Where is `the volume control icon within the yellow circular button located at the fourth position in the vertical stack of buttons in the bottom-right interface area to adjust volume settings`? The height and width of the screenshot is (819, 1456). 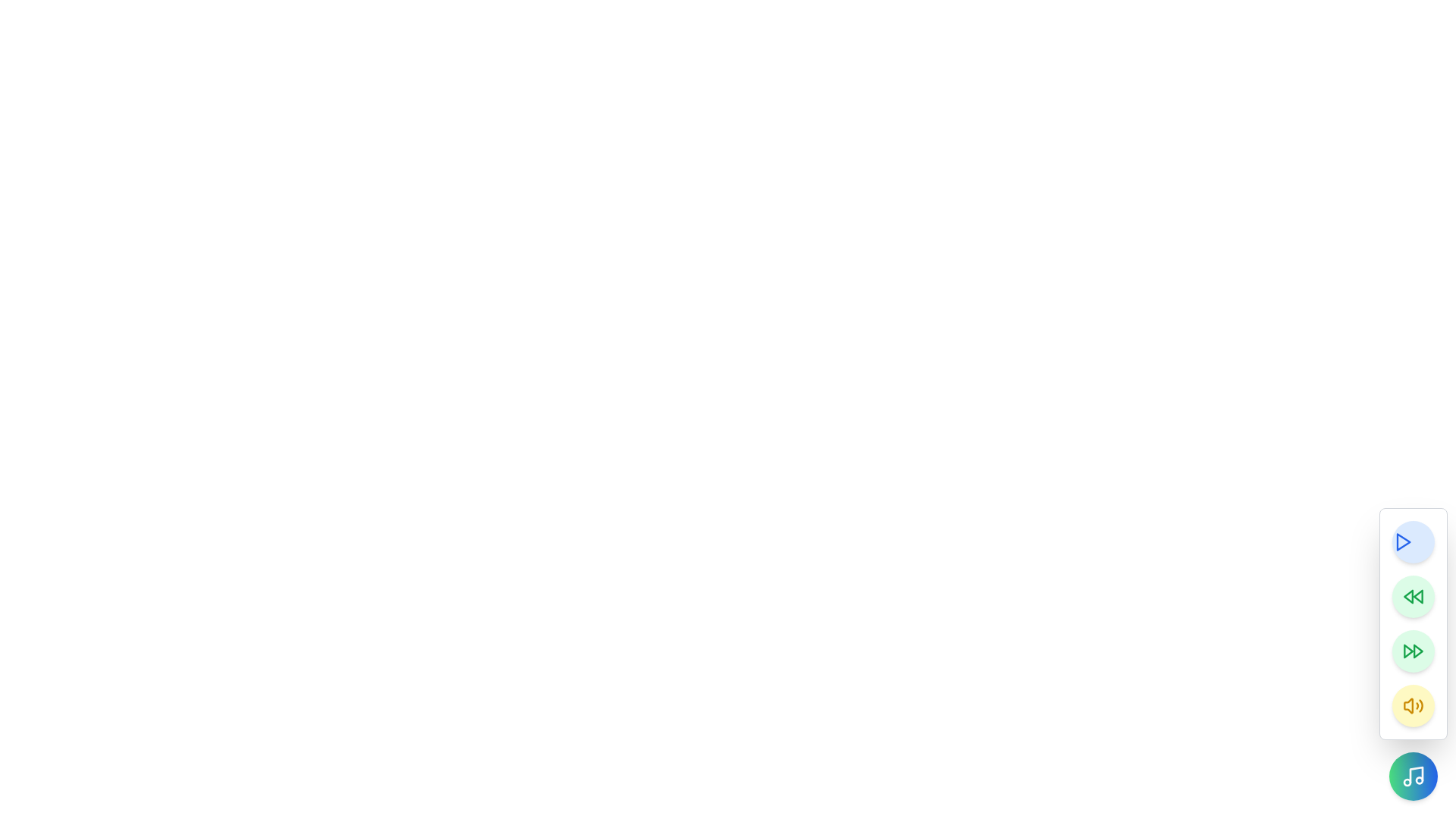
the volume control icon within the yellow circular button located at the fourth position in the vertical stack of buttons in the bottom-right interface area to adjust volume settings is located at coordinates (1412, 705).